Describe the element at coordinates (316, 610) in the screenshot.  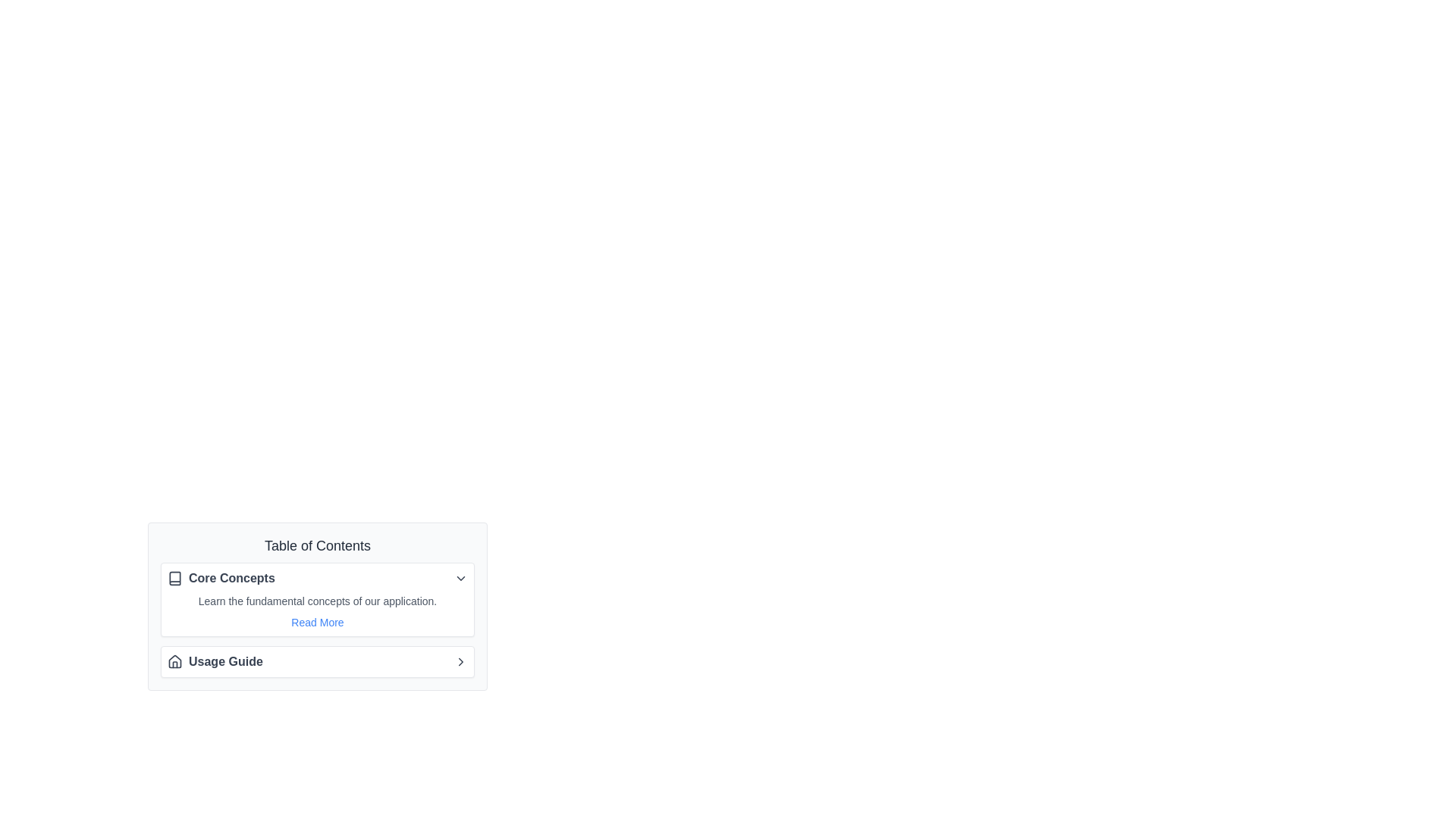
I see `the 'Read More' link in the text block that reads 'Learn the fundamental concepts of our application.' located in the 'Core Concepts' section` at that location.